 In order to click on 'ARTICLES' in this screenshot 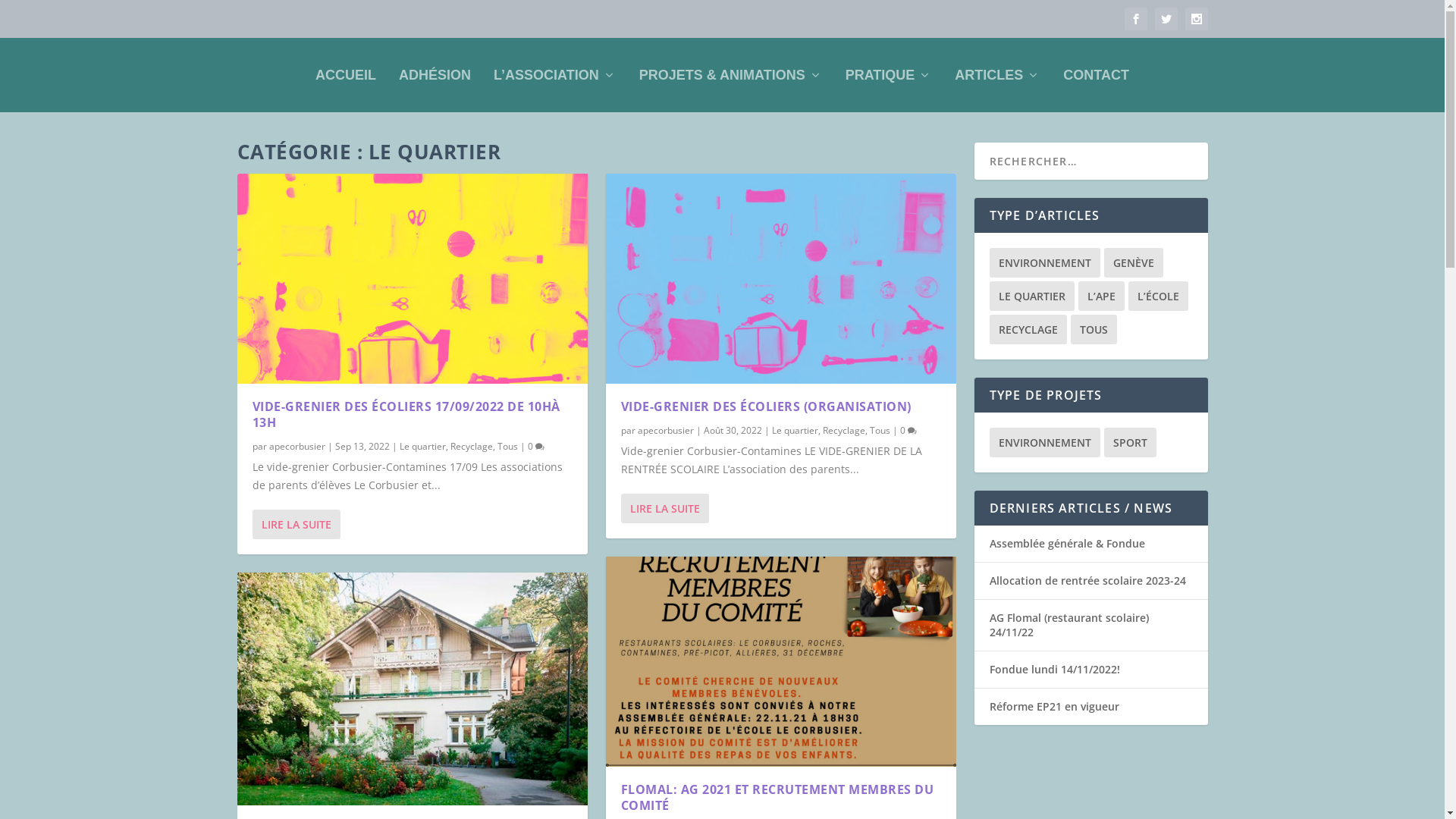, I will do `click(953, 75)`.